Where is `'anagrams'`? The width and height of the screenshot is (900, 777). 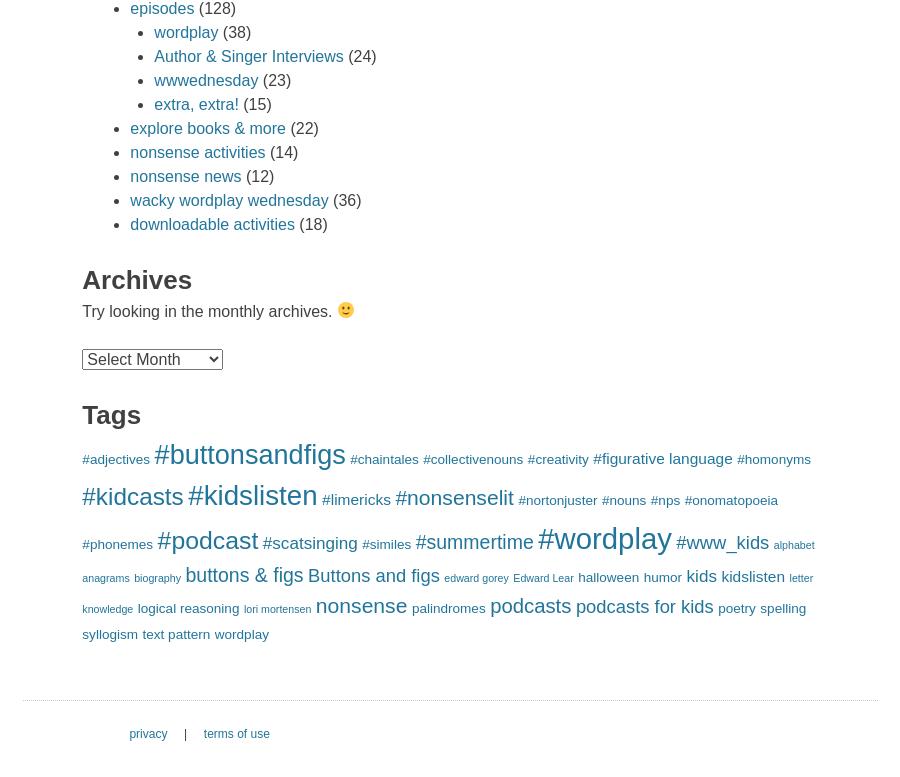 'anagrams' is located at coordinates (104, 577).